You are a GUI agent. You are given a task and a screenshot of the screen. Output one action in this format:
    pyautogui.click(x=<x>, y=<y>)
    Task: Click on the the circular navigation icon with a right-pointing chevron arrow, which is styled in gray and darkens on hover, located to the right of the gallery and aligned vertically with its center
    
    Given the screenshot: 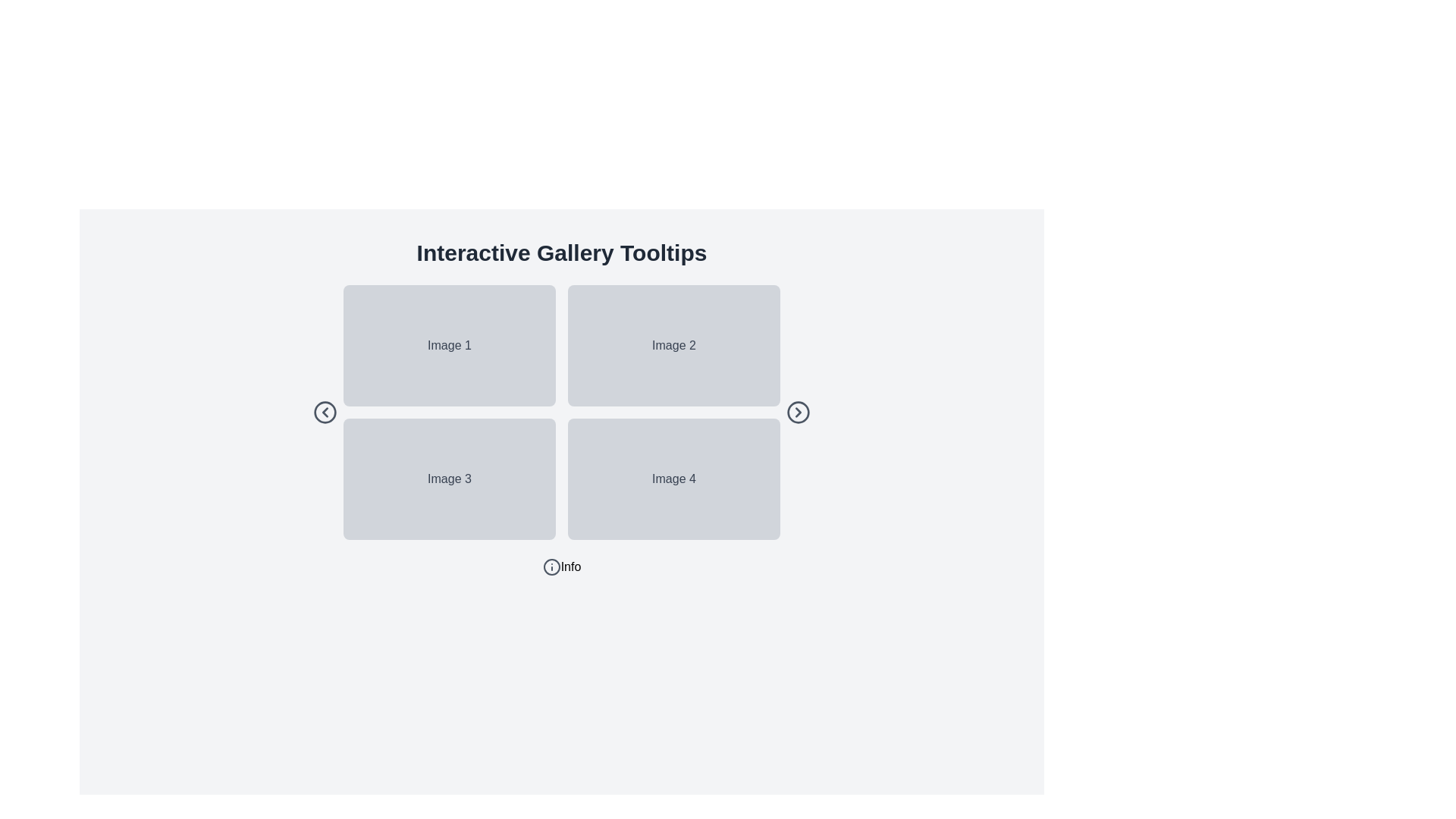 What is the action you would take?
    pyautogui.click(x=797, y=412)
    